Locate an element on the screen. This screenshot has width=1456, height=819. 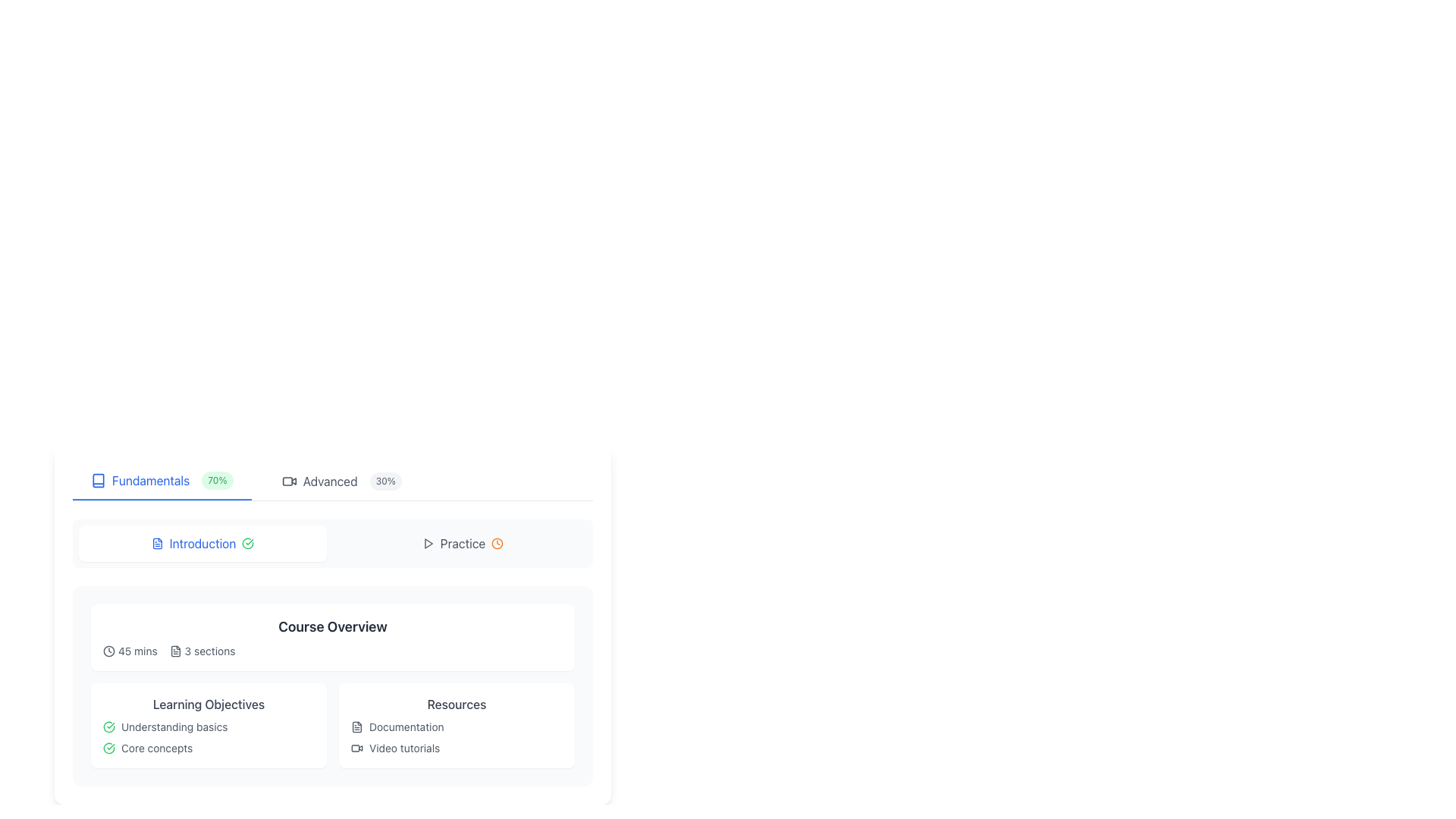
the 'Advanced' button, which features a video camera icon, medium-sized text, and a '30%' percentage value in a rounded rectangle is located at coordinates (340, 482).